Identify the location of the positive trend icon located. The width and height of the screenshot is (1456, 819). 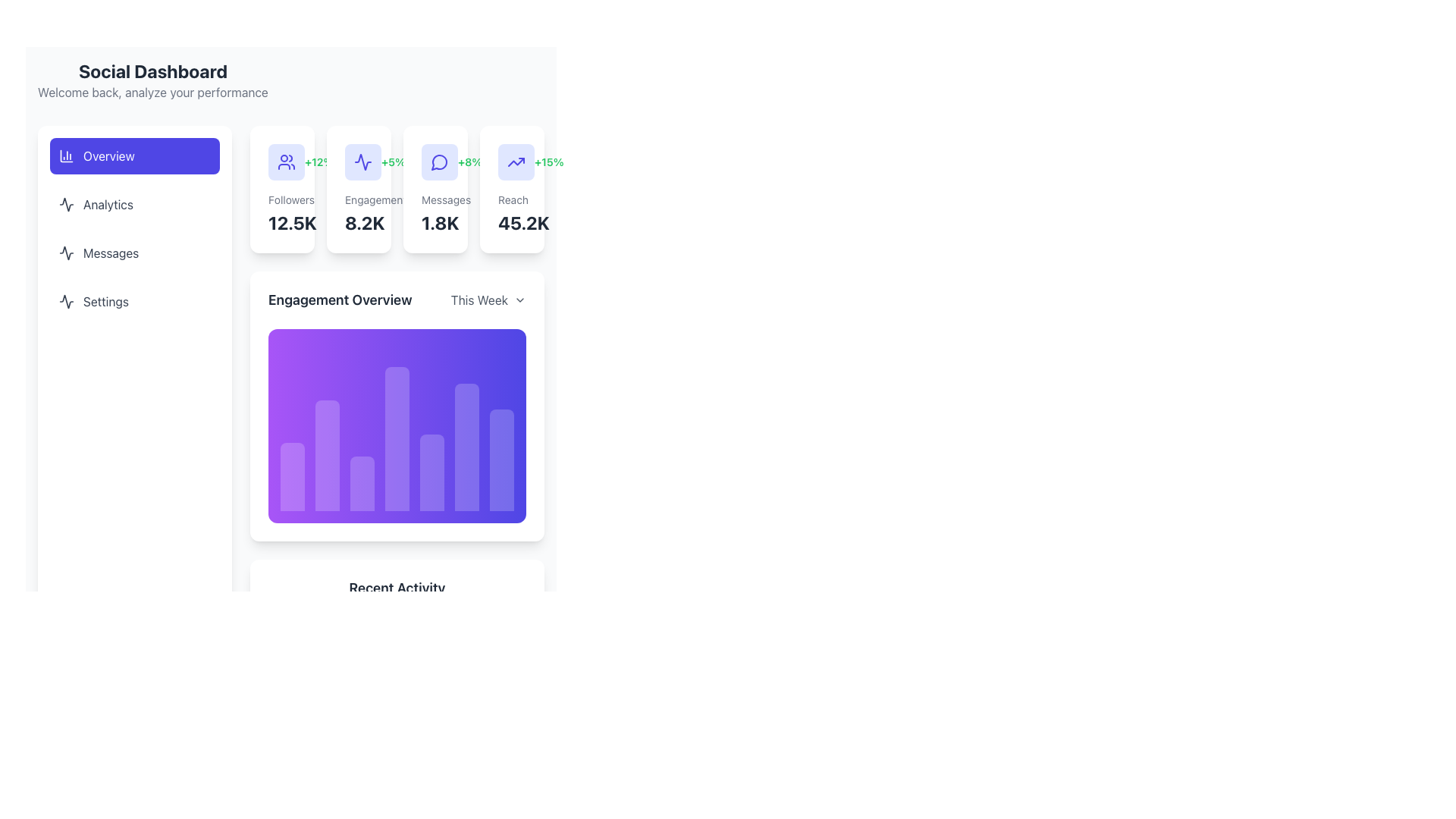
(512, 162).